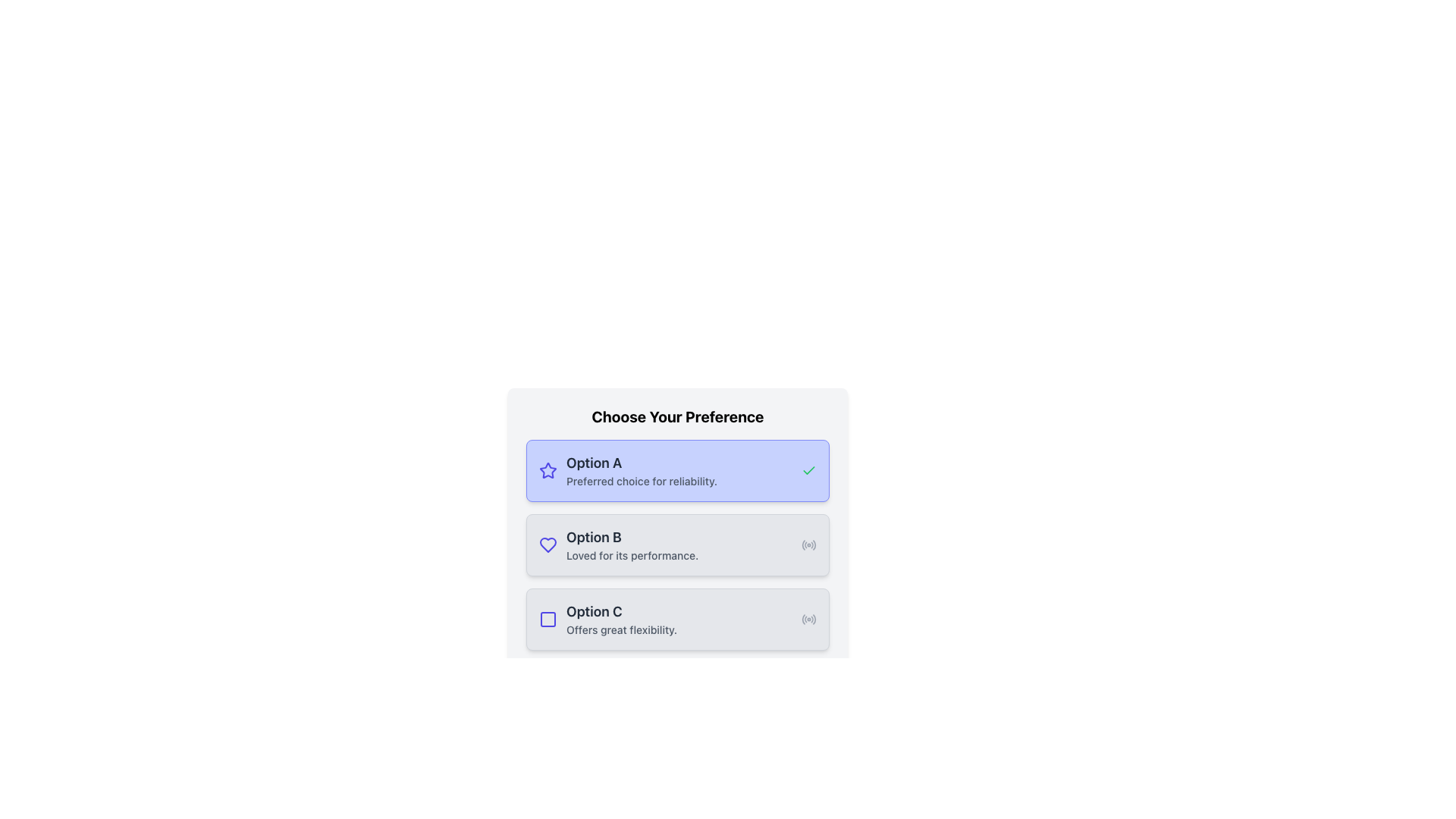  I want to click on the star icon with a blue outline and transparent filling, which is positioned at the top of the selection card labeled 'Option A', so click(548, 469).